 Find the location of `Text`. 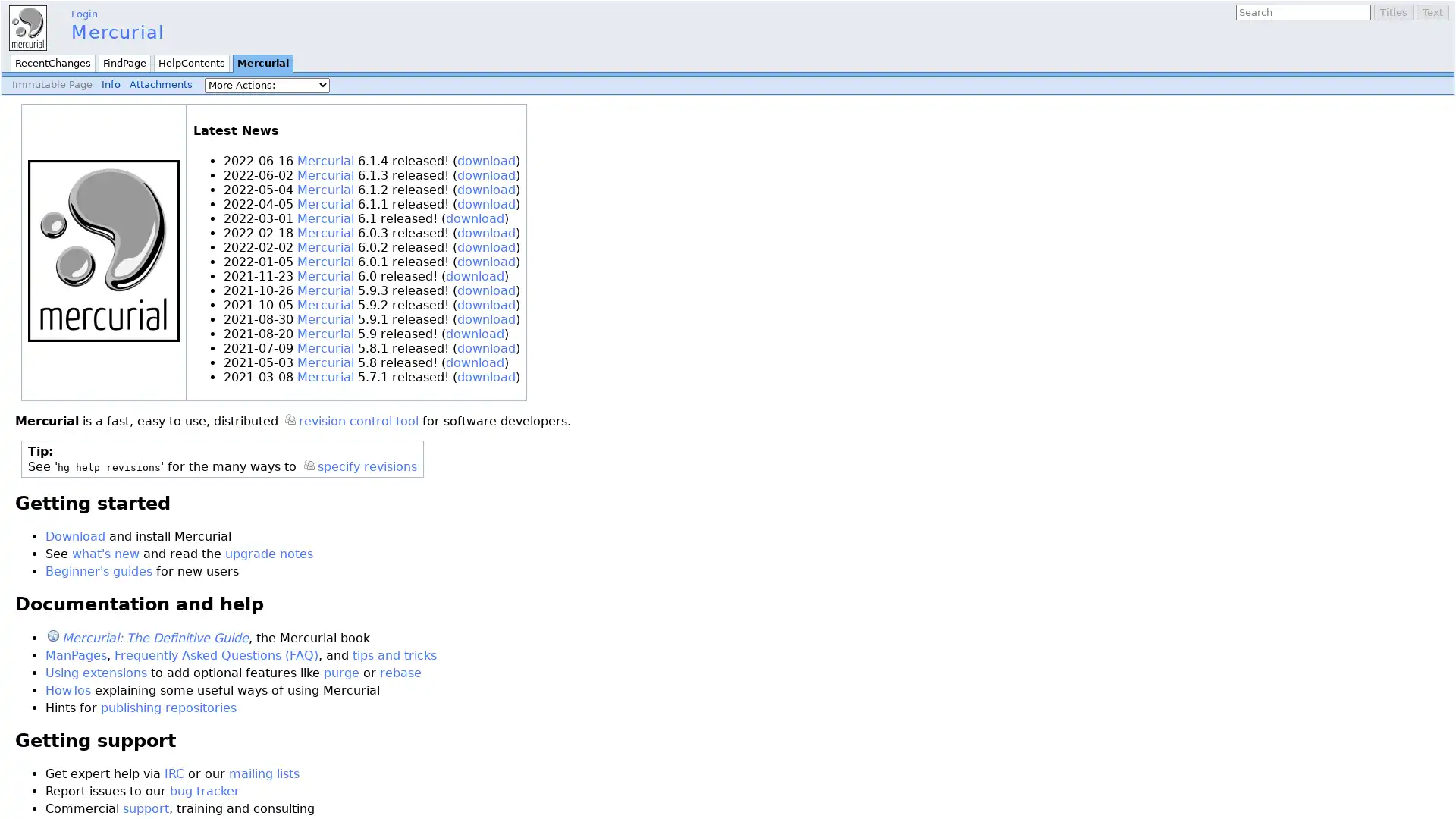

Text is located at coordinates (1432, 12).